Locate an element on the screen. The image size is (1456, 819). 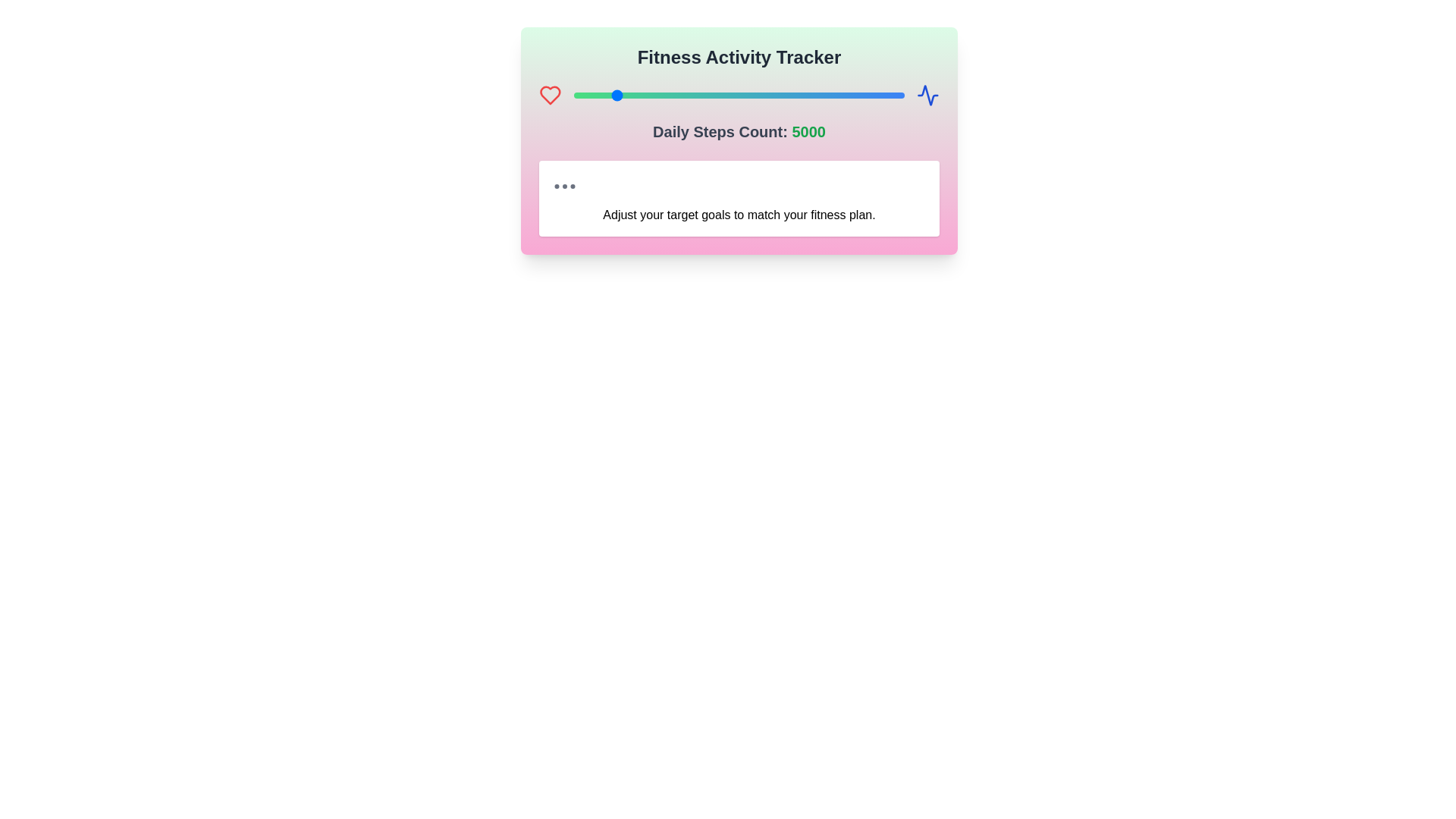
the steps count to 14877 using the slider is located at coordinates (804, 96).